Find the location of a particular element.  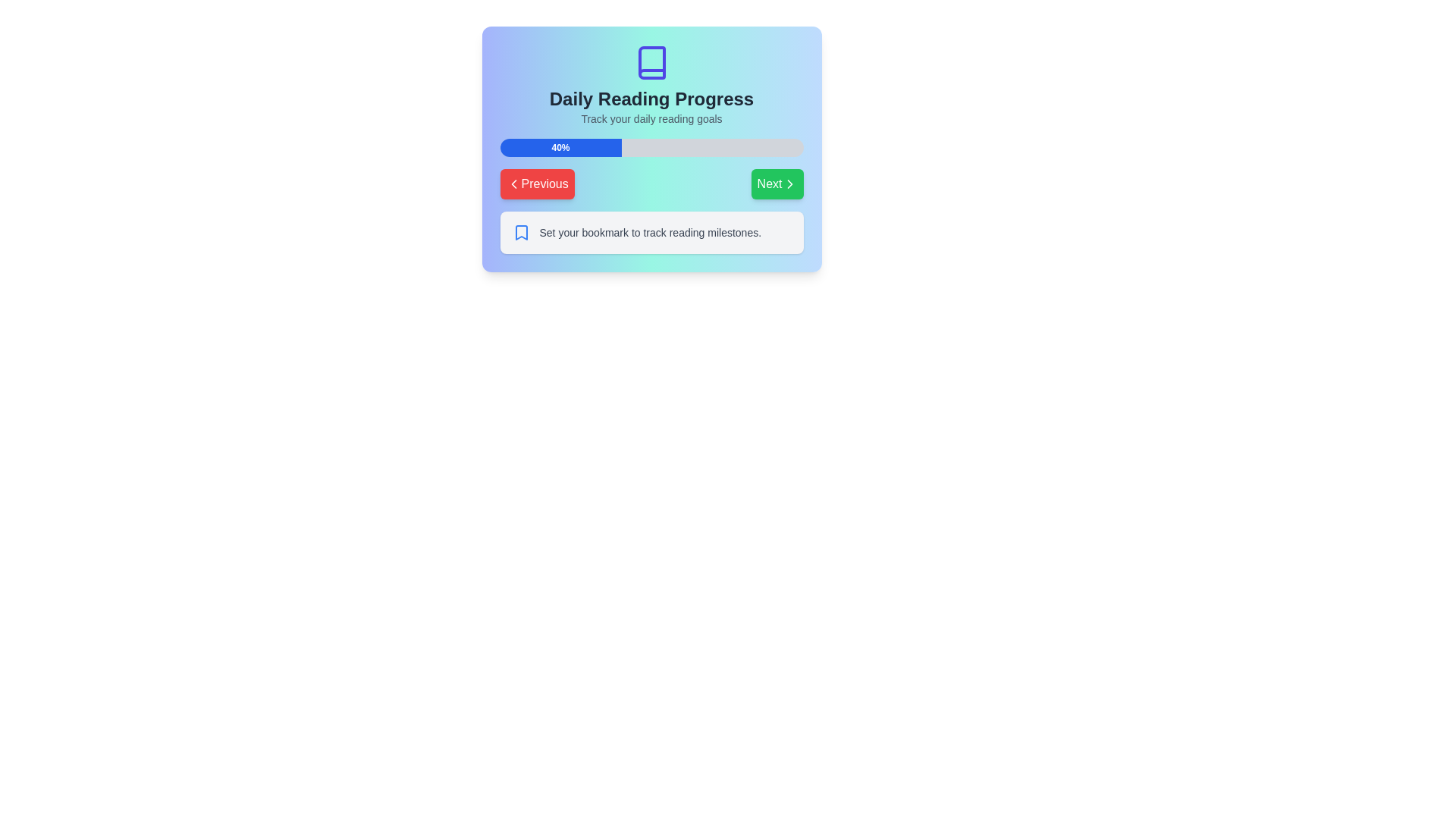

the red 'Previous' button with rounded corners and a left-pointing chevron icon is located at coordinates (537, 184).